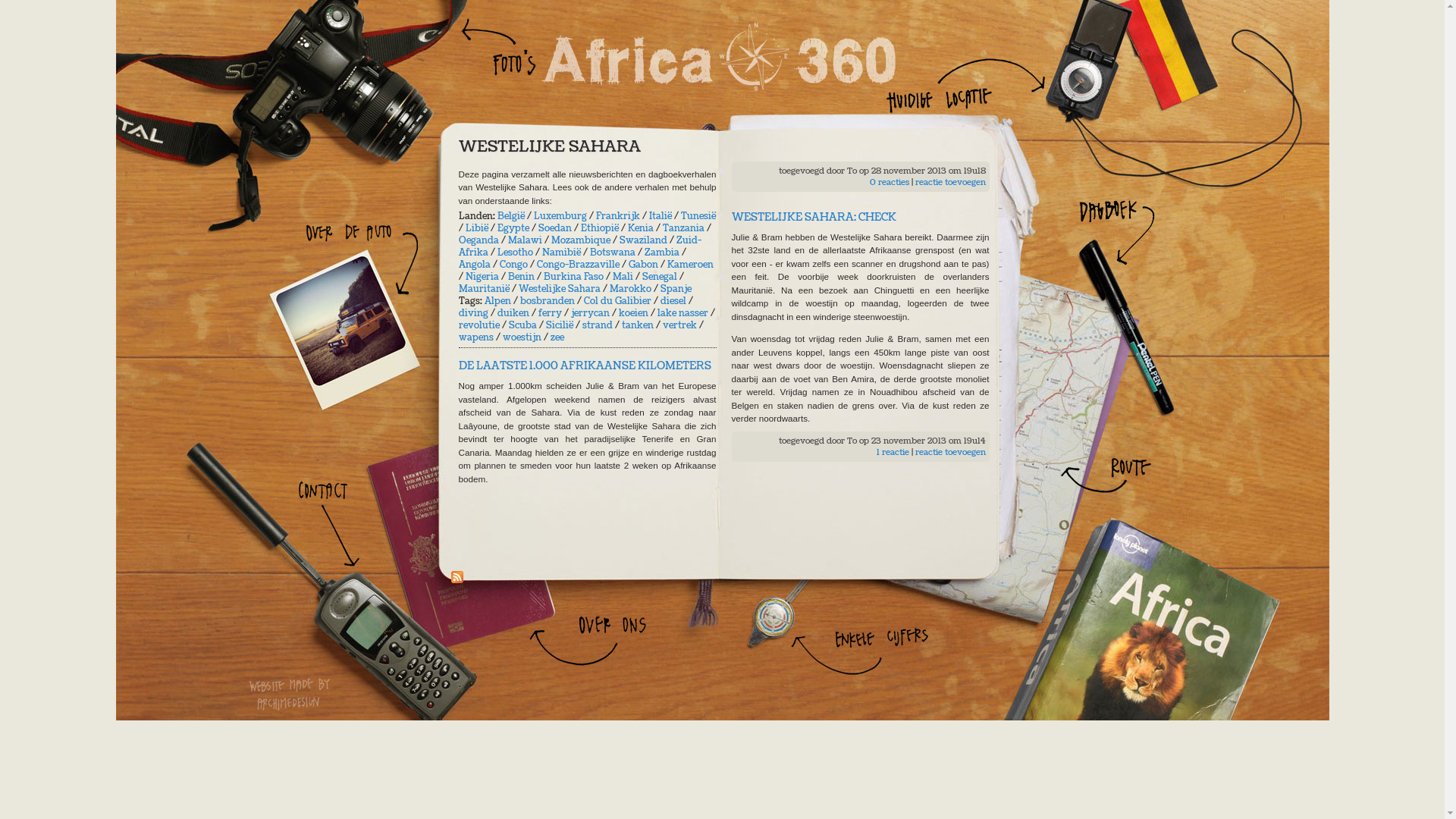  What do you see at coordinates (455, 579) in the screenshot?
I see `'Abonneren op RSS - Westelijke Sahara'` at bounding box center [455, 579].